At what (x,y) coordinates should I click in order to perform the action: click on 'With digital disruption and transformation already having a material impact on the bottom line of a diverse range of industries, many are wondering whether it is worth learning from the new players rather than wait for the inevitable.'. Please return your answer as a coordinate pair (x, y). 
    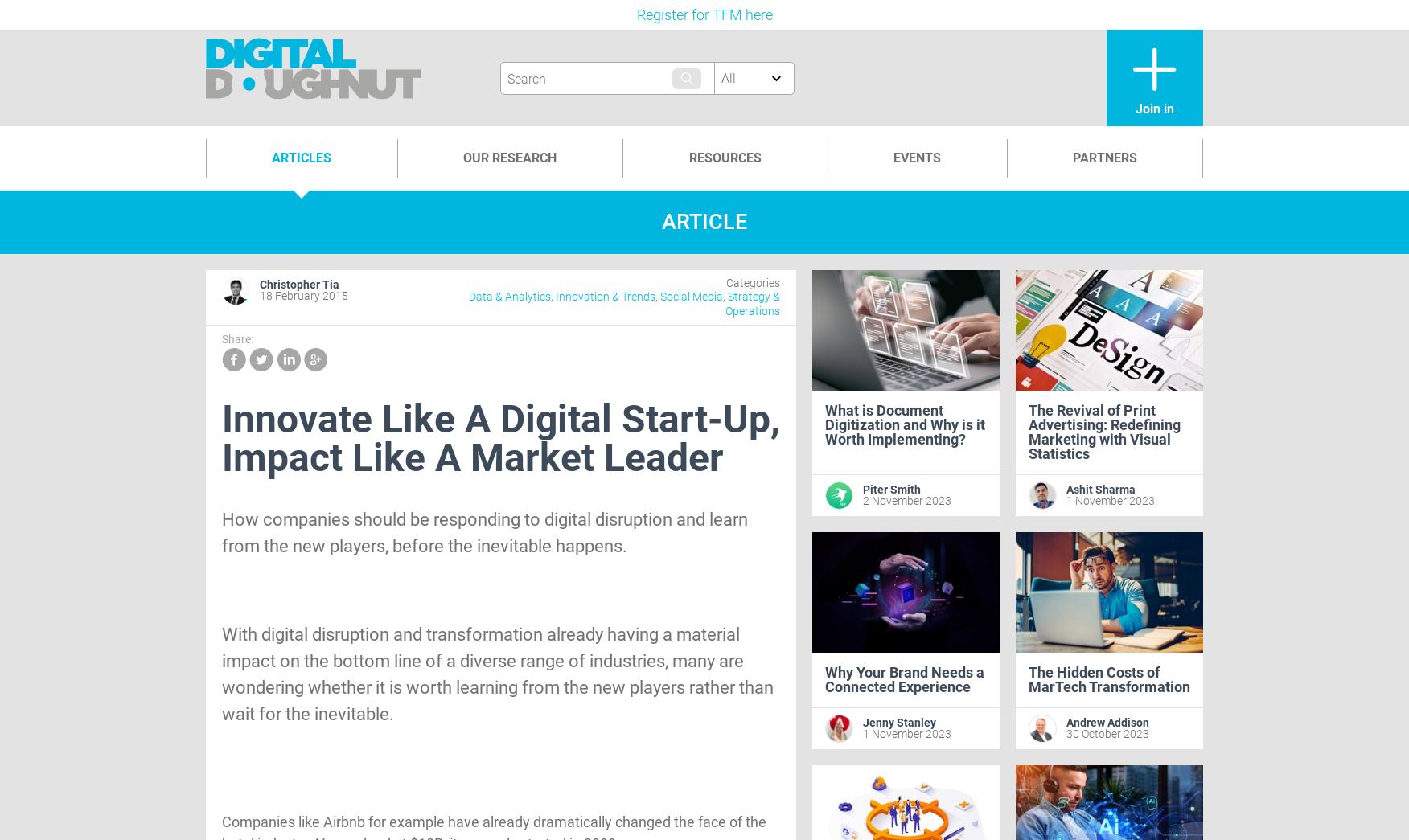
    Looking at the image, I should click on (497, 674).